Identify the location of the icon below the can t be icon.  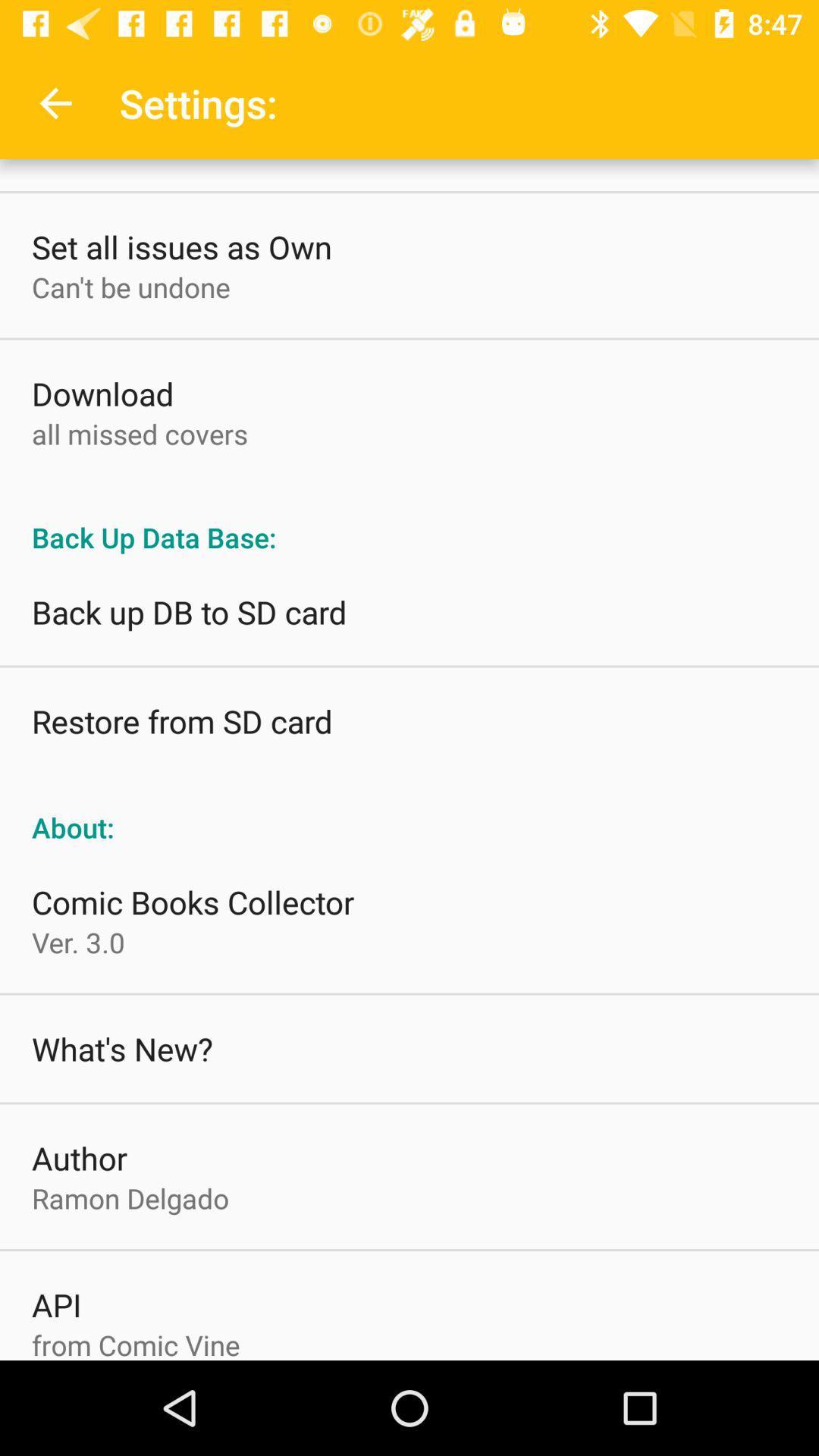
(102, 393).